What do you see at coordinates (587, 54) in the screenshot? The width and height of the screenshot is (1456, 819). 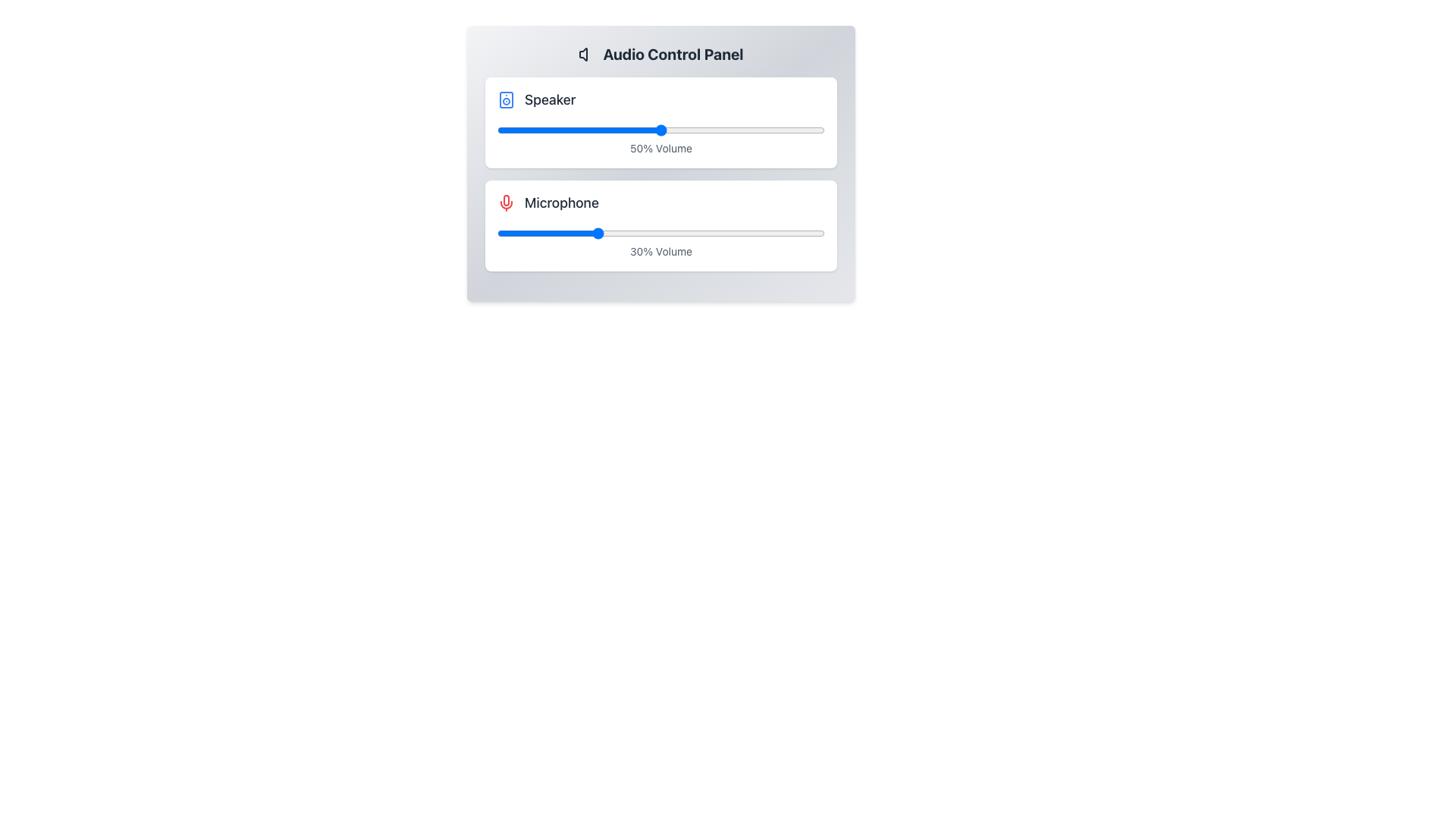 I see `the speaker icon located in the 'Audio Control Panel' section, which is styled with a hollow outline and positioned to the left of the text 'Audio Control Panel'` at bounding box center [587, 54].